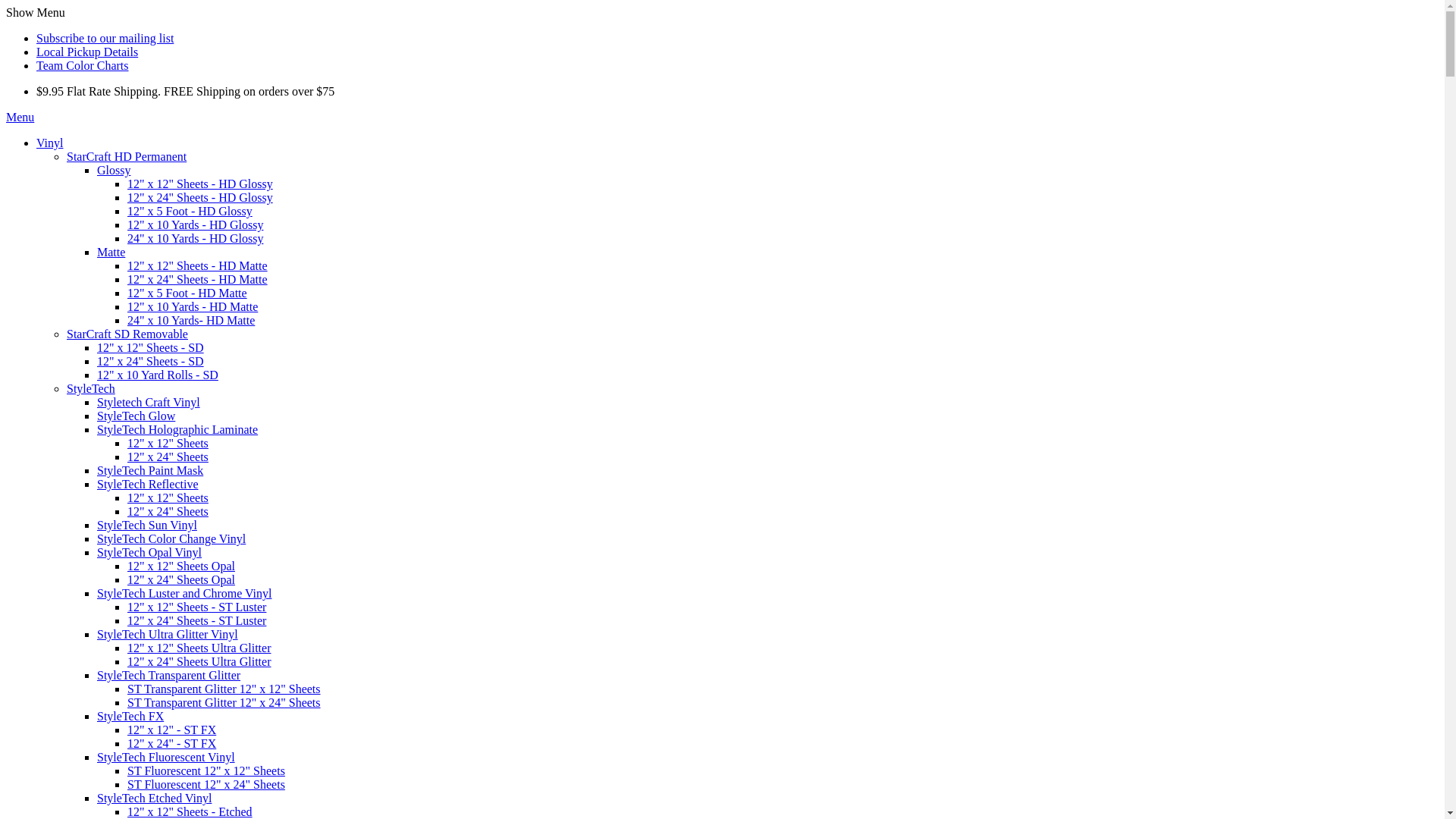 The width and height of the screenshot is (1456, 819). Describe the element at coordinates (168, 511) in the screenshot. I see `'12" x 24" Sheets'` at that location.